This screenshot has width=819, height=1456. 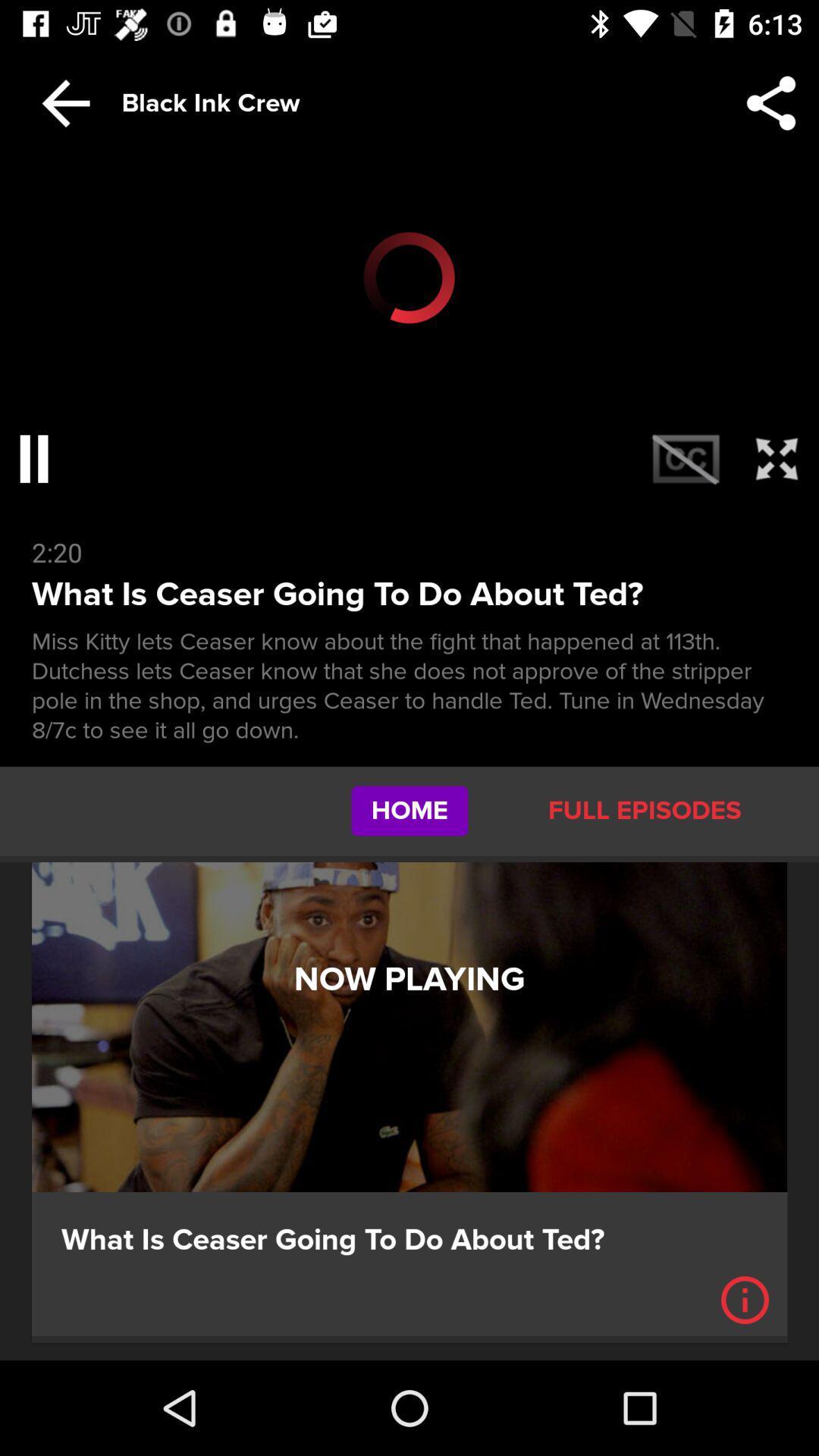 I want to click on the cc icon, so click(x=686, y=457).